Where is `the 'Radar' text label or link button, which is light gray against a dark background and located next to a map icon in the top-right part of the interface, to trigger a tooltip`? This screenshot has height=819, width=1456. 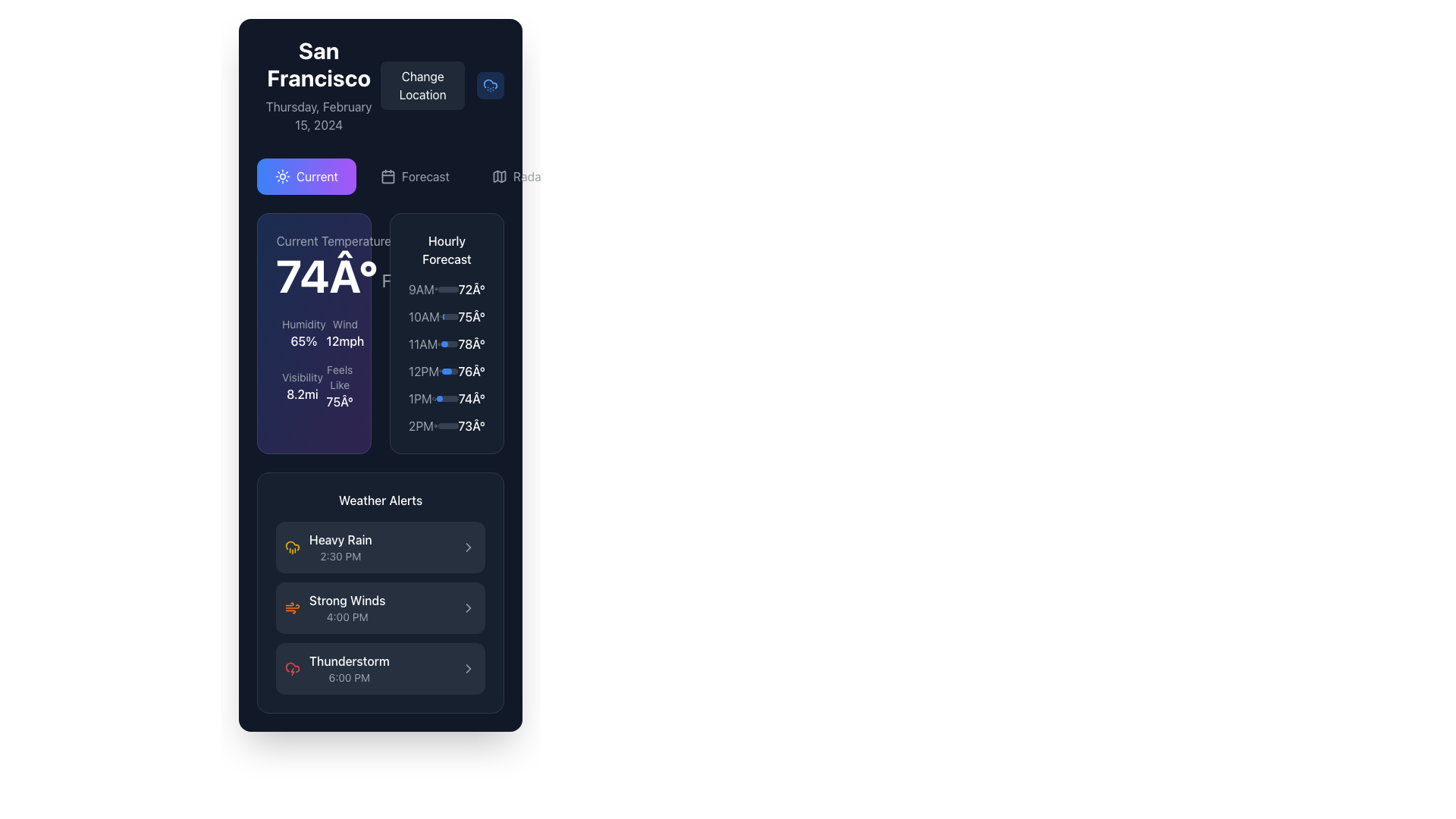
the 'Radar' text label or link button, which is light gray against a dark background and located next to a map icon in the top-right part of the interface, to trigger a tooltip is located at coordinates (529, 175).